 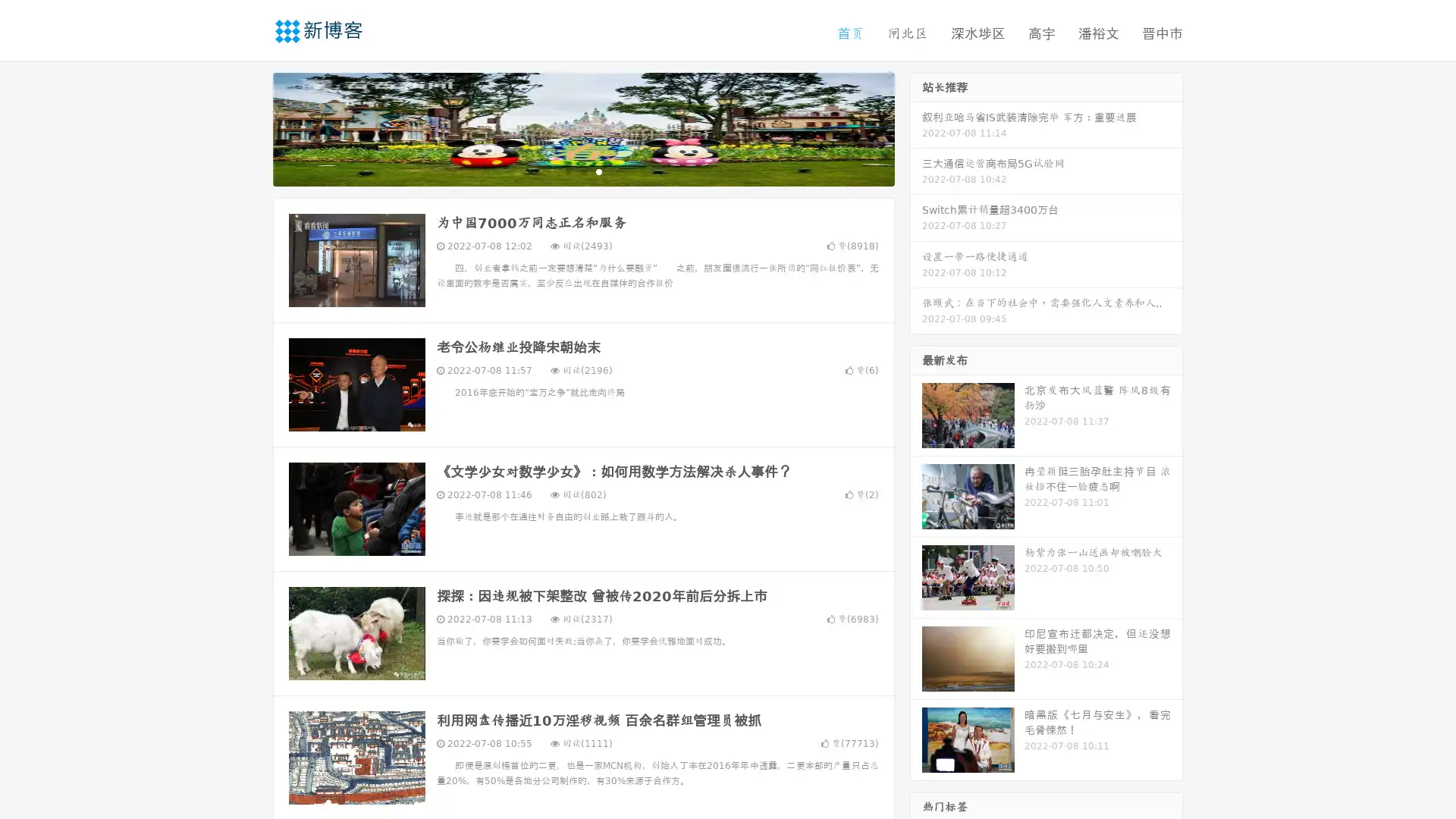 What do you see at coordinates (598, 171) in the screenshot?
I see `Go to slide 3` at bounding box center [598, 171].